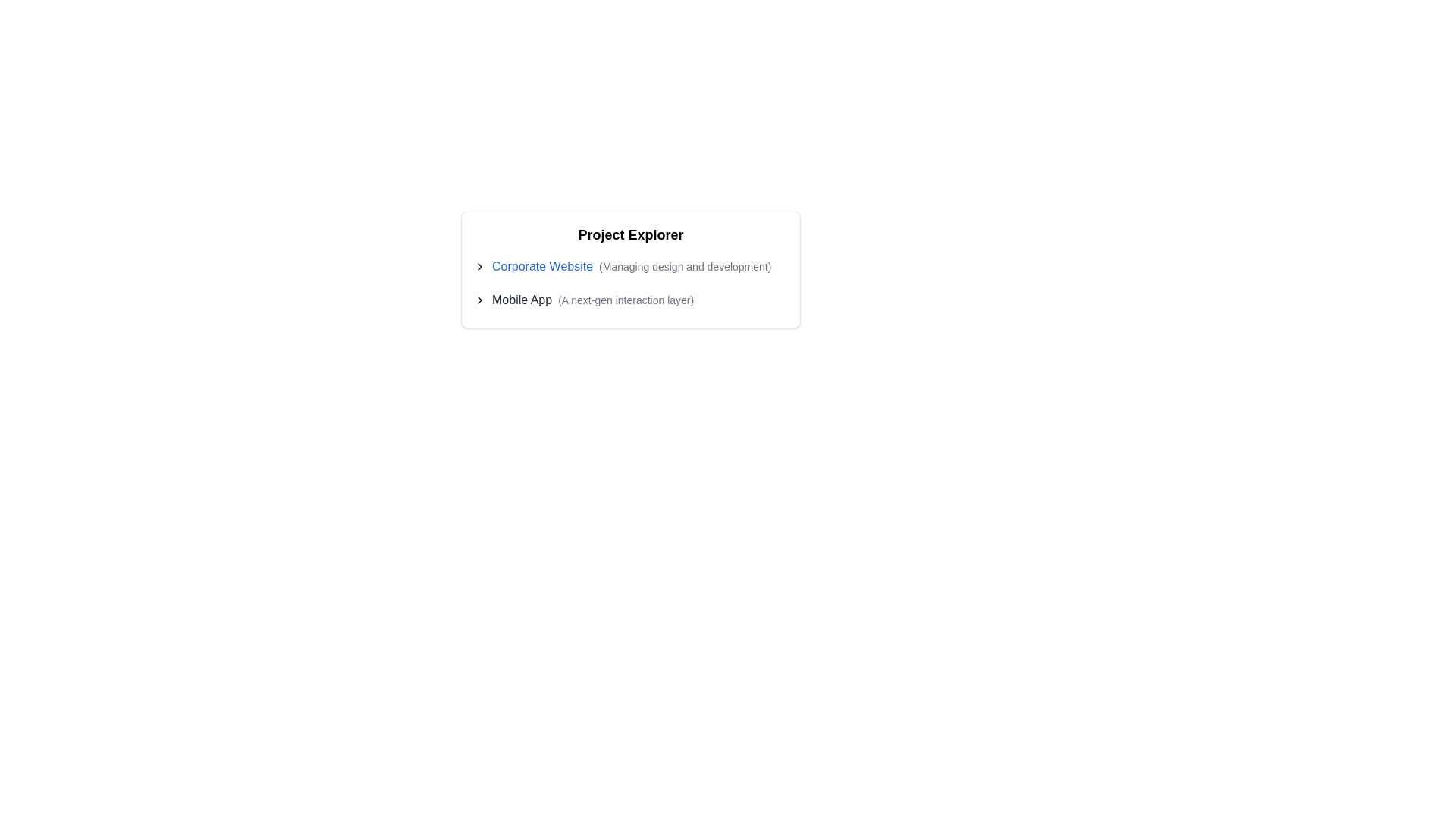 The height and width of the screenshot is (819, 1456). I want to click on the chevron icon next to the text 'Mobile App(A next-gen interaction layer)', so click(479, 300).